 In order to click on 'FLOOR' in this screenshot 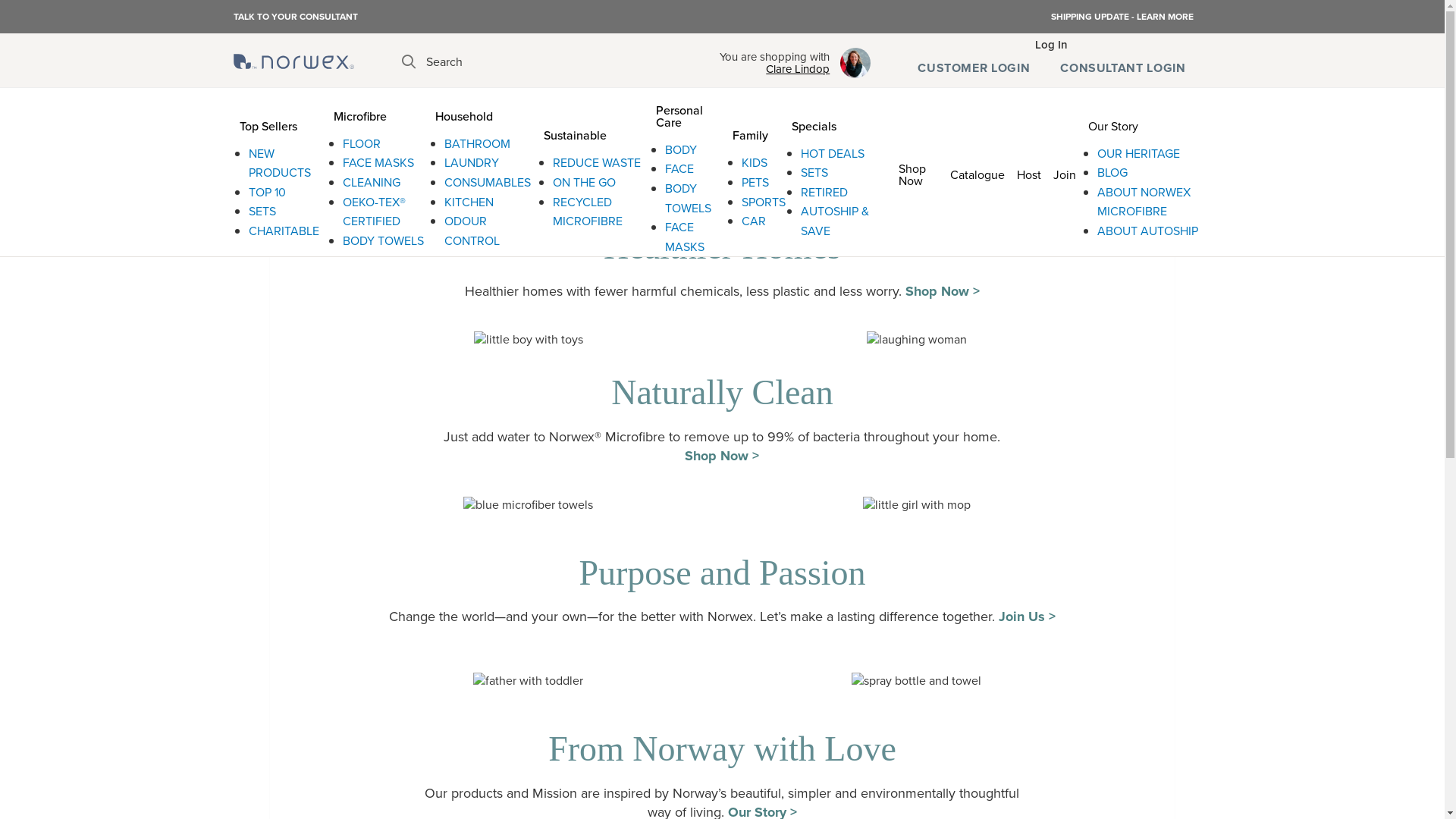, I will do `click(360, 143)`.